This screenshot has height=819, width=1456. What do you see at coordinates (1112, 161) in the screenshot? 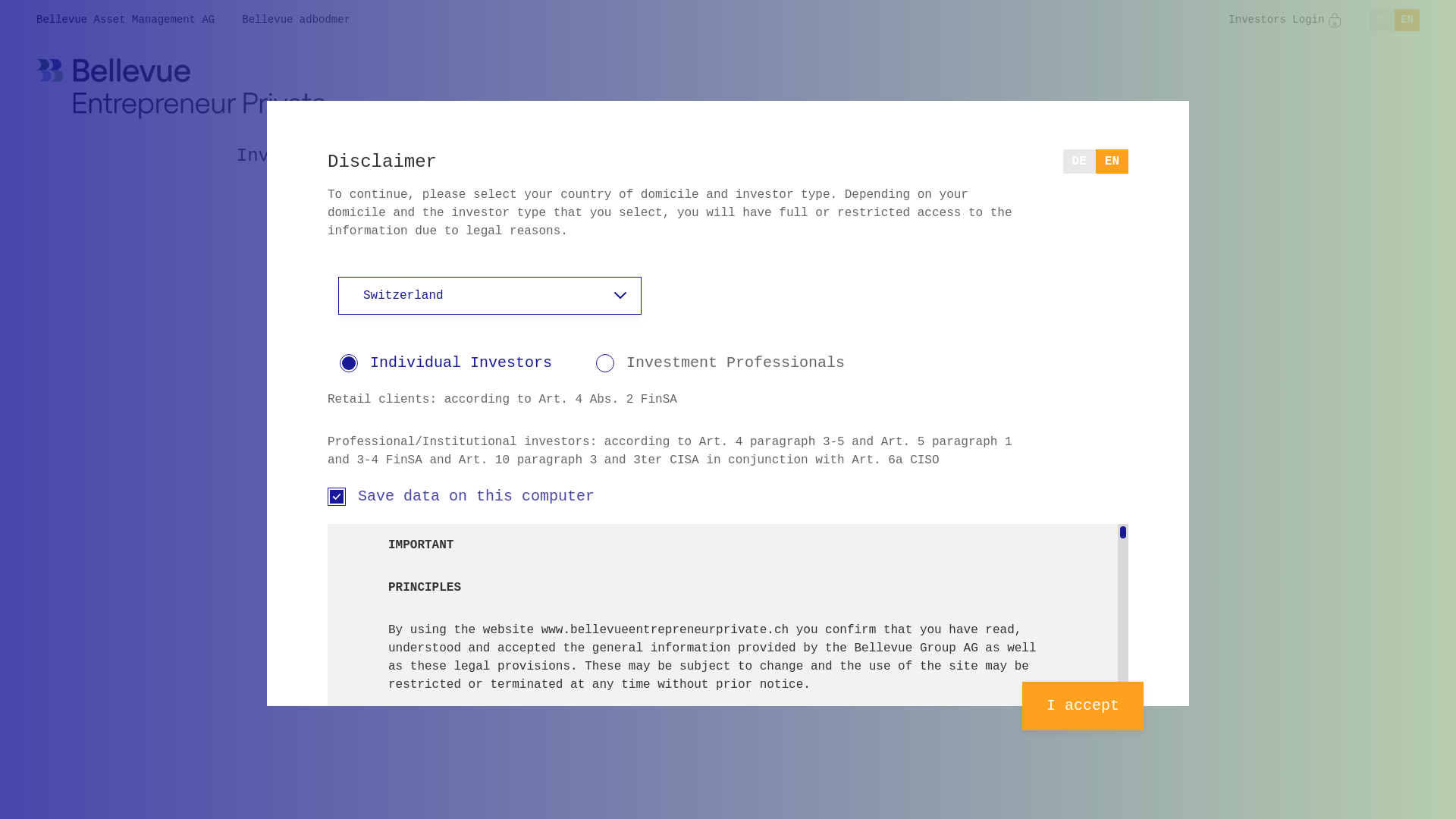
I see `'EN'` at bounding box center [1112, 161].